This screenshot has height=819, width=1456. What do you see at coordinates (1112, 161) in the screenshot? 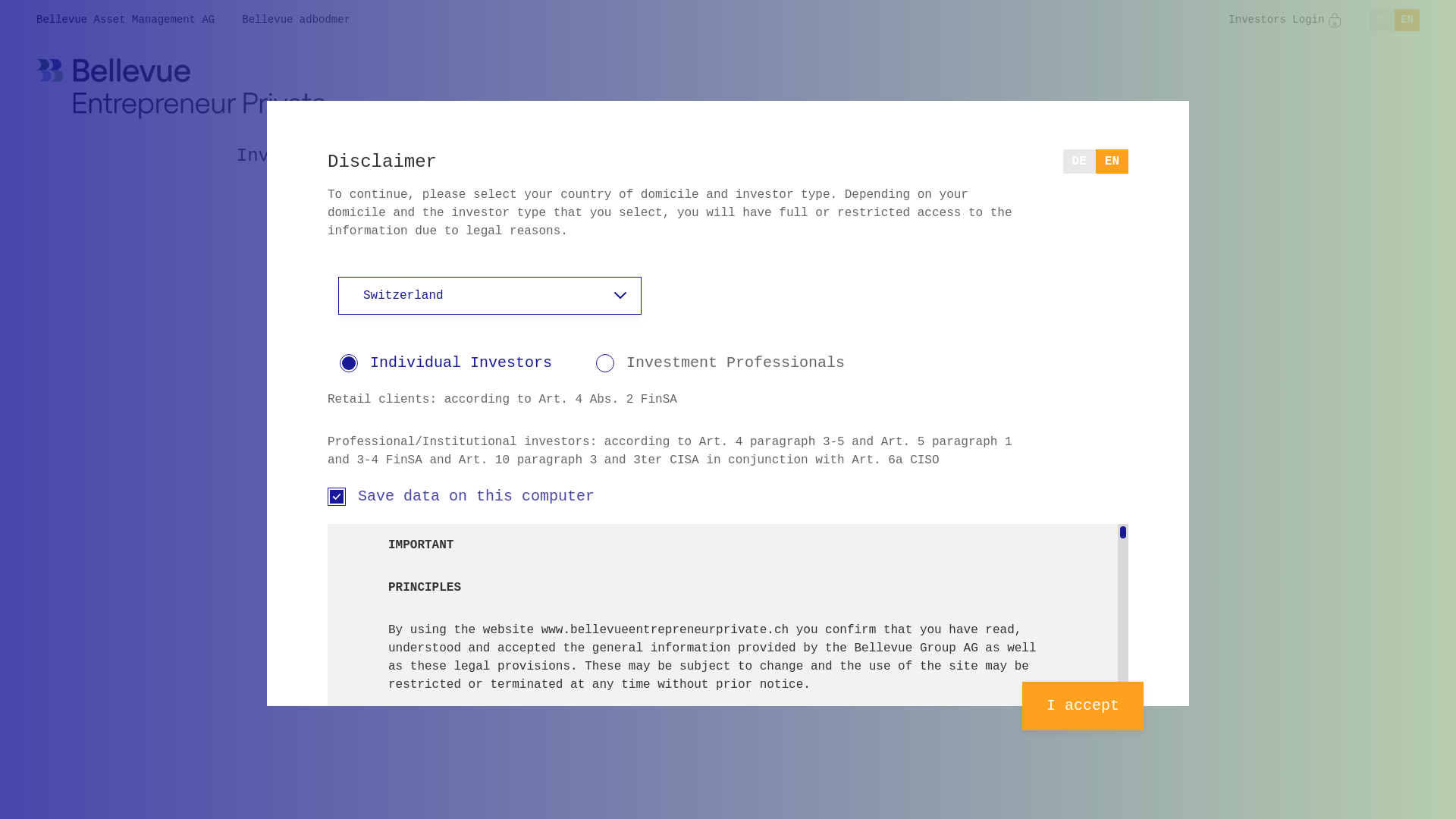
I see `'EN'` at bounding box center [1112, 161].